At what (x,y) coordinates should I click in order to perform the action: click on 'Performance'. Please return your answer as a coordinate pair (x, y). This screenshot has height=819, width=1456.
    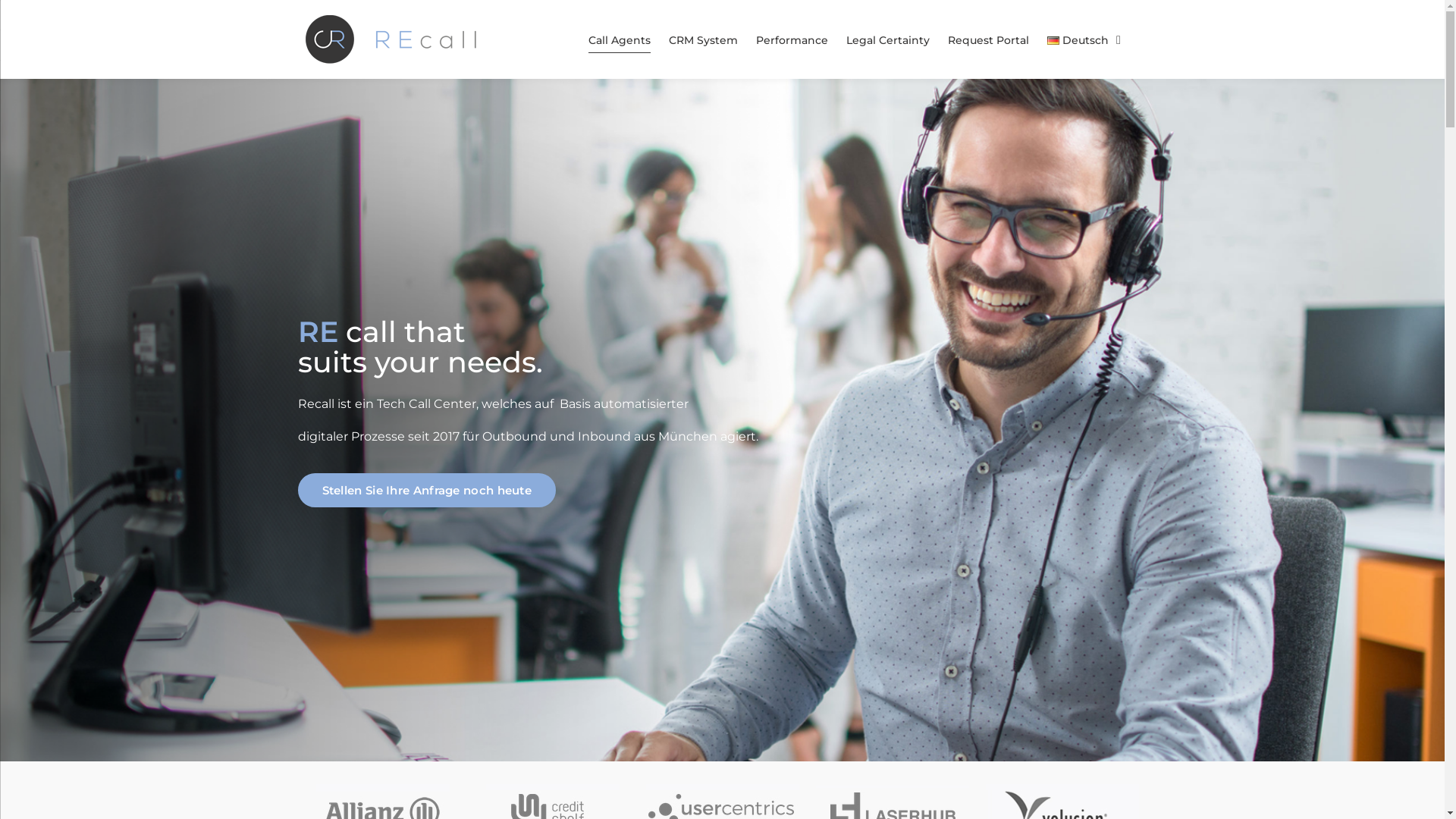
    Looking at the image, I should click on (791, 39).